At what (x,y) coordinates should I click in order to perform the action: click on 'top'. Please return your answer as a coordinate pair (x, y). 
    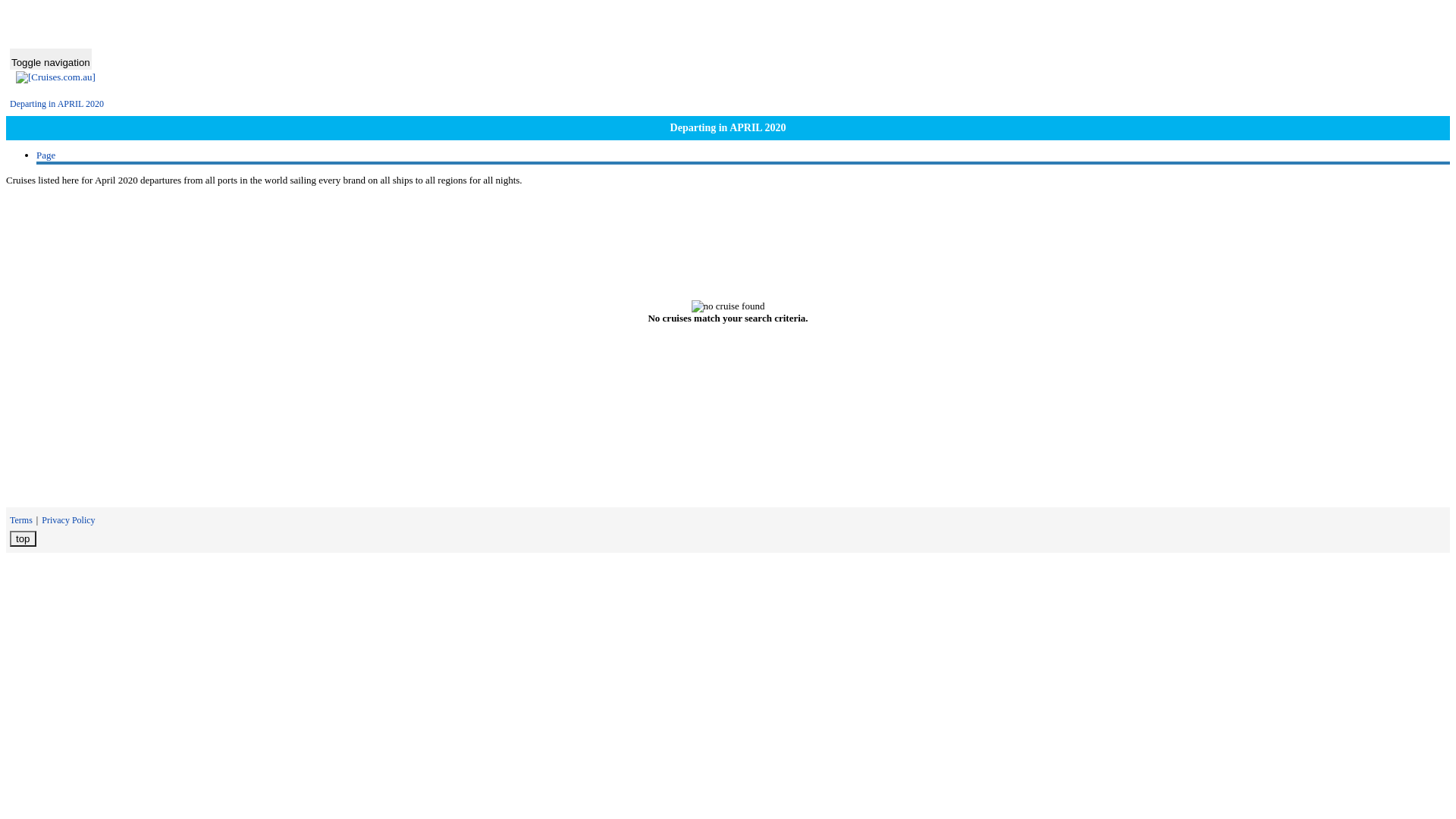
    Looking at the image, I should click on (10, 538).